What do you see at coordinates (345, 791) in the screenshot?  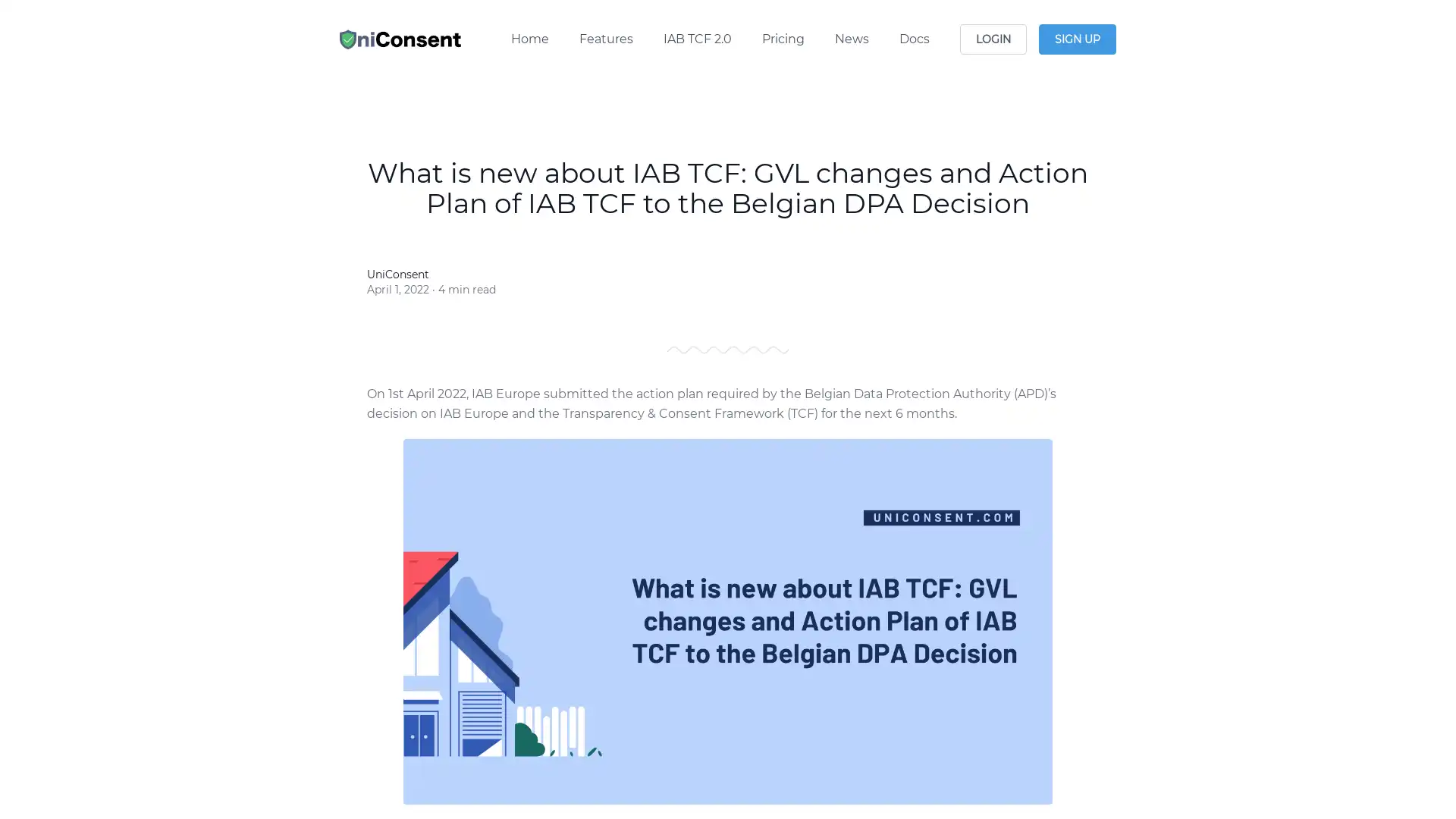 I see `Agree and proceed` at bounding box center [345, 791].